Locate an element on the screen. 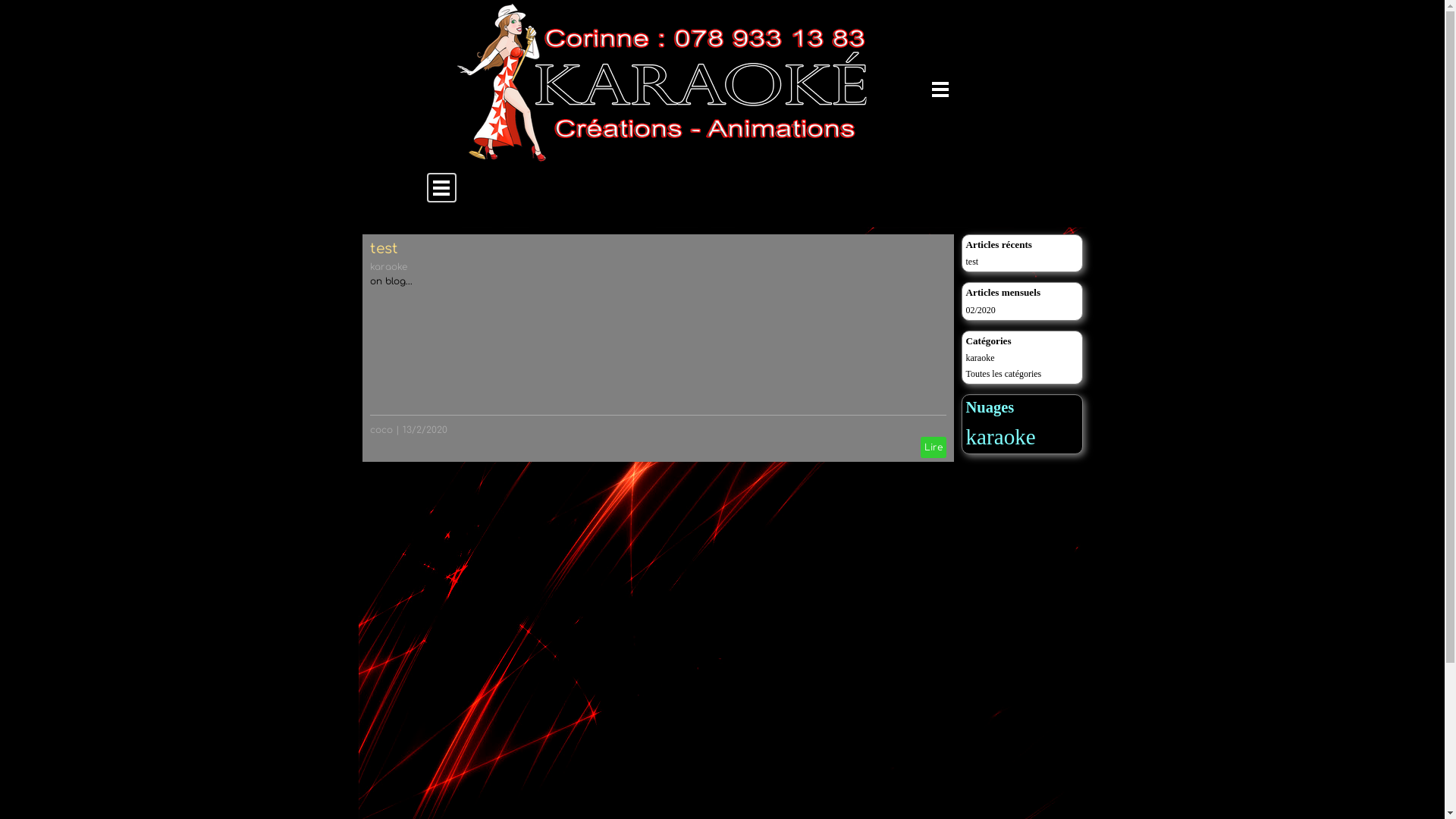  'karaoke' is located at coordinates (965, 436).